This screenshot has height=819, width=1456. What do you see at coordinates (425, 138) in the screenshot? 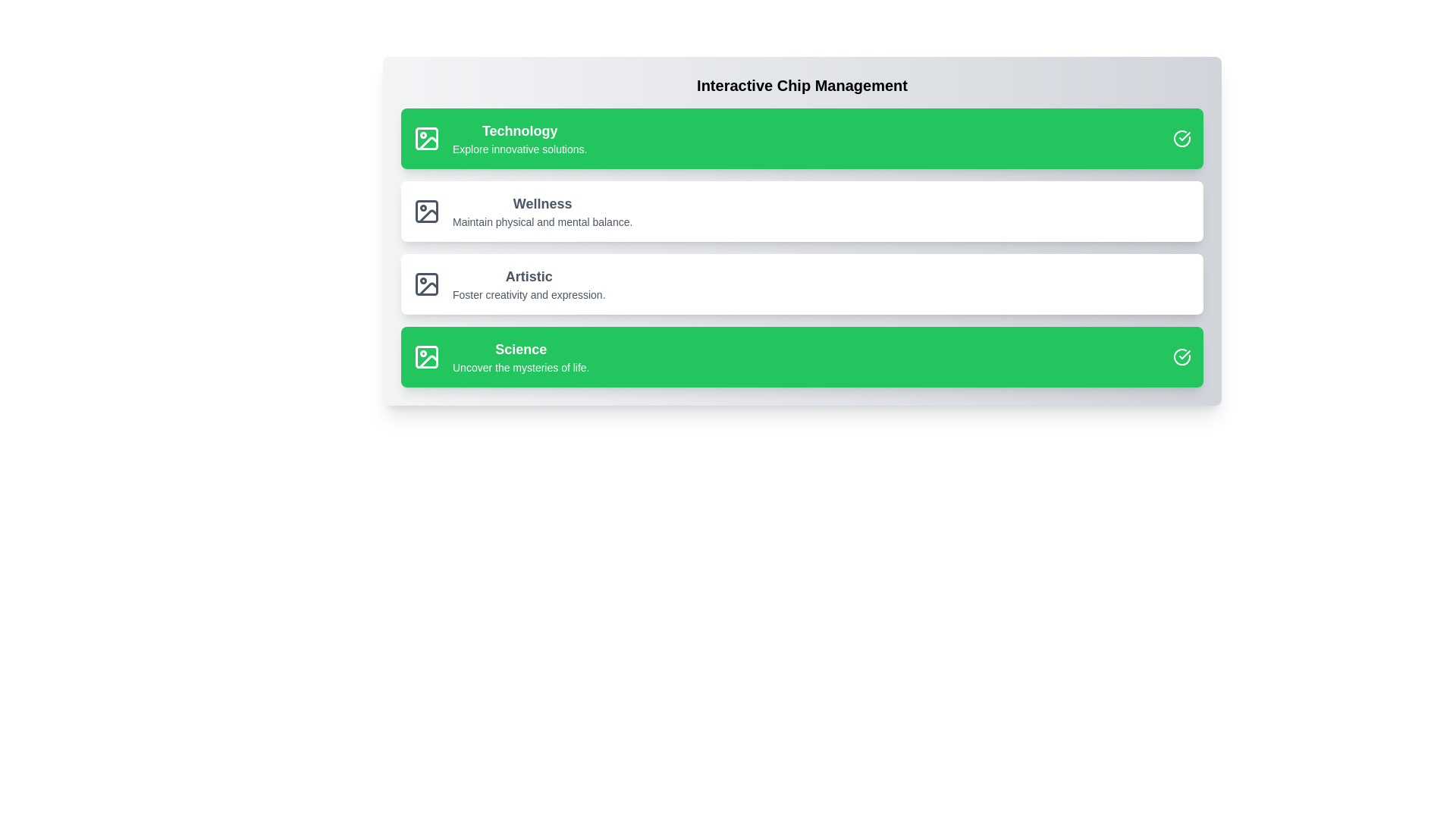
I see `the icon inside the chip labeled 'Technology' to inspect it` at bounding box center [425, 138].